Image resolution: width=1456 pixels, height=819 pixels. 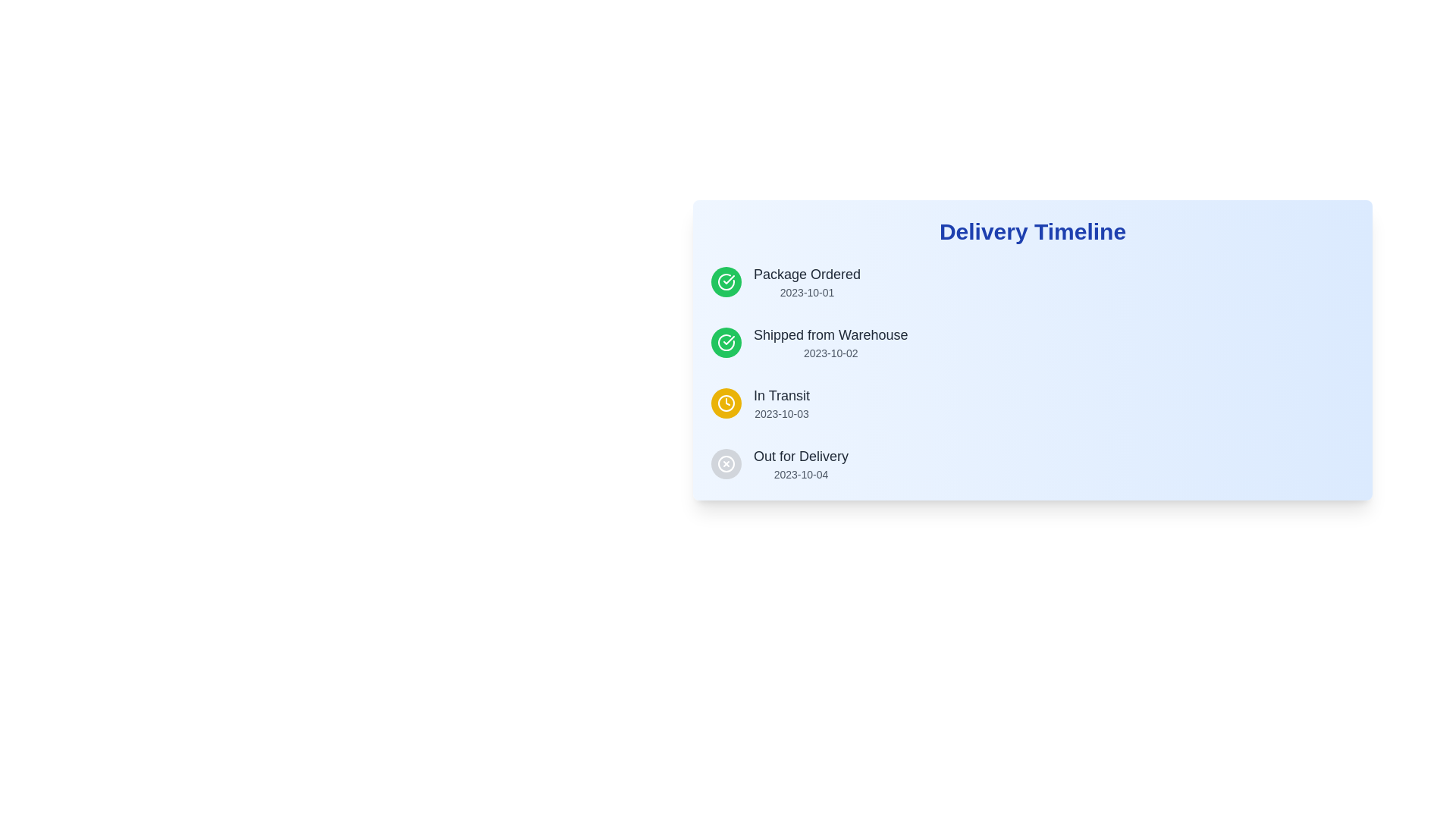 I want to click on the circular icon with a checkmark inside it, representing 'Package Ordered' in the 'Delivery Timeline' card, so click(x=726, y=342).